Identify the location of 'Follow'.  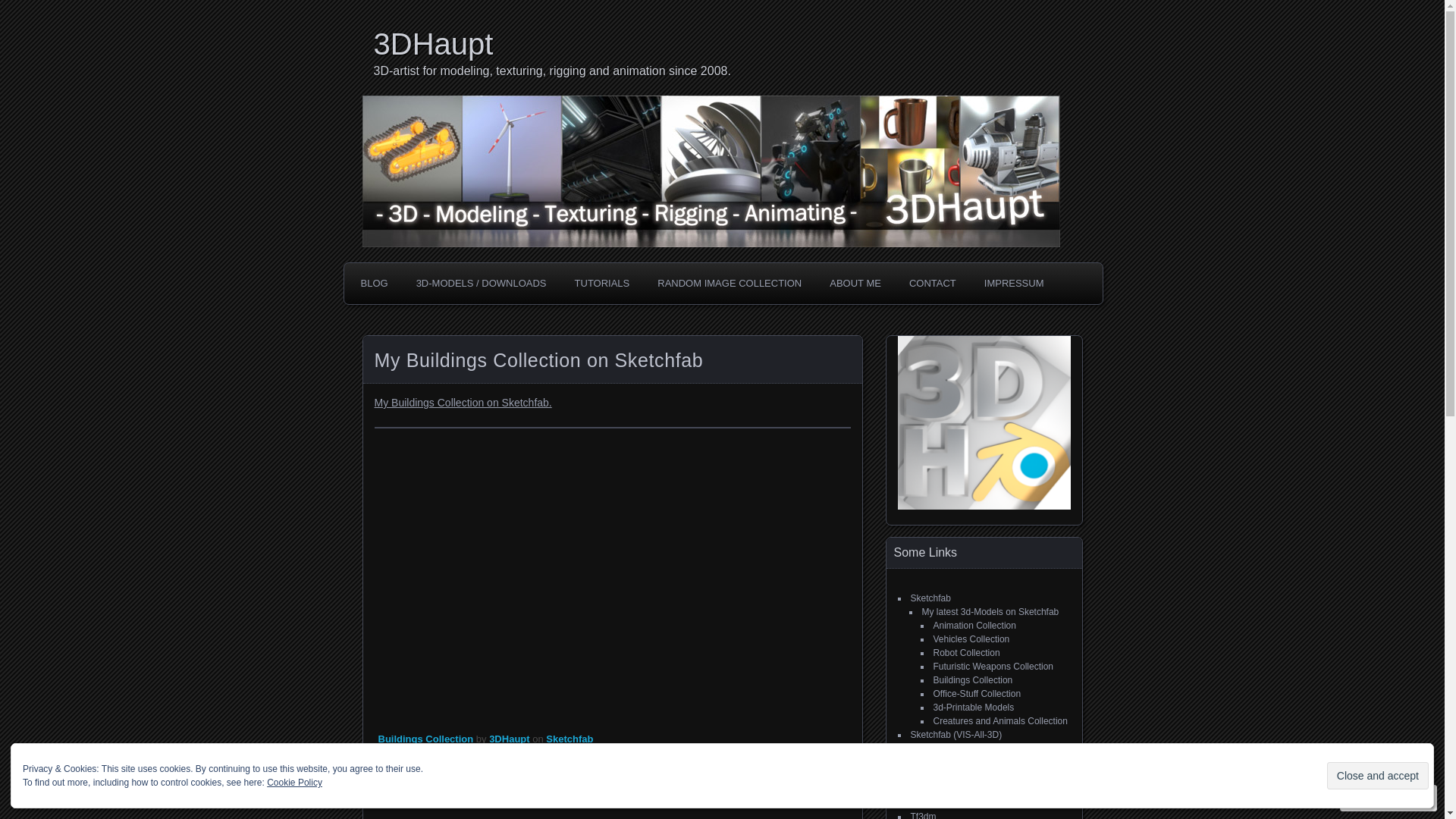
(1375, 797).